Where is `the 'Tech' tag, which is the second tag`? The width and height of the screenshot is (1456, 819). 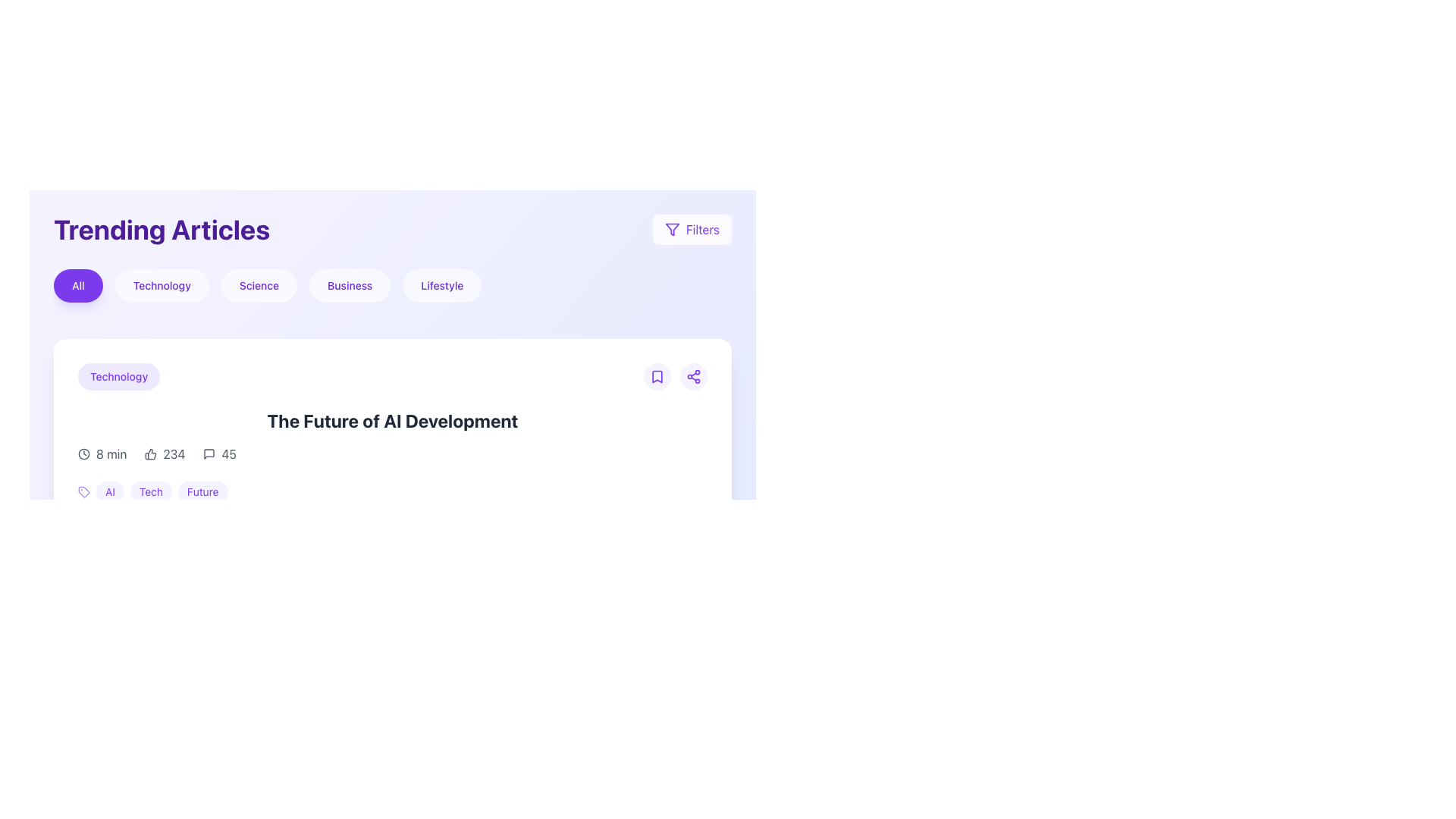
the 'Tech' tag, which is the second tag is located at coordinates (162, 491).